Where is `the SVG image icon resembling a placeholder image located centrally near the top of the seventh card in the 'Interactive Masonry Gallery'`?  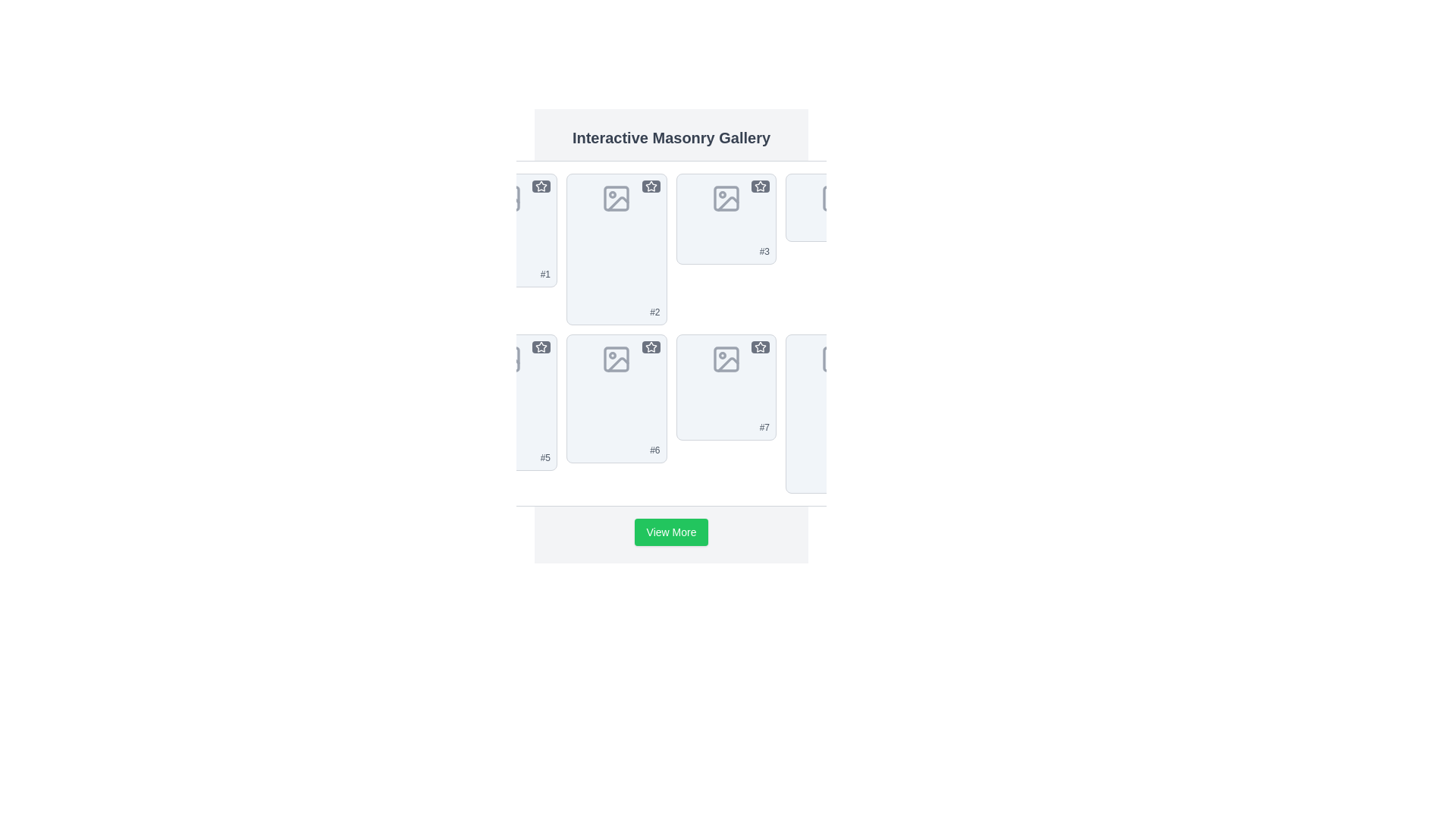 the SVG image icon resembling a placeholder image located centrally near the top of the seventh card in the 'Interactive Masonry Gallery' is located at coordinates (725, 359).